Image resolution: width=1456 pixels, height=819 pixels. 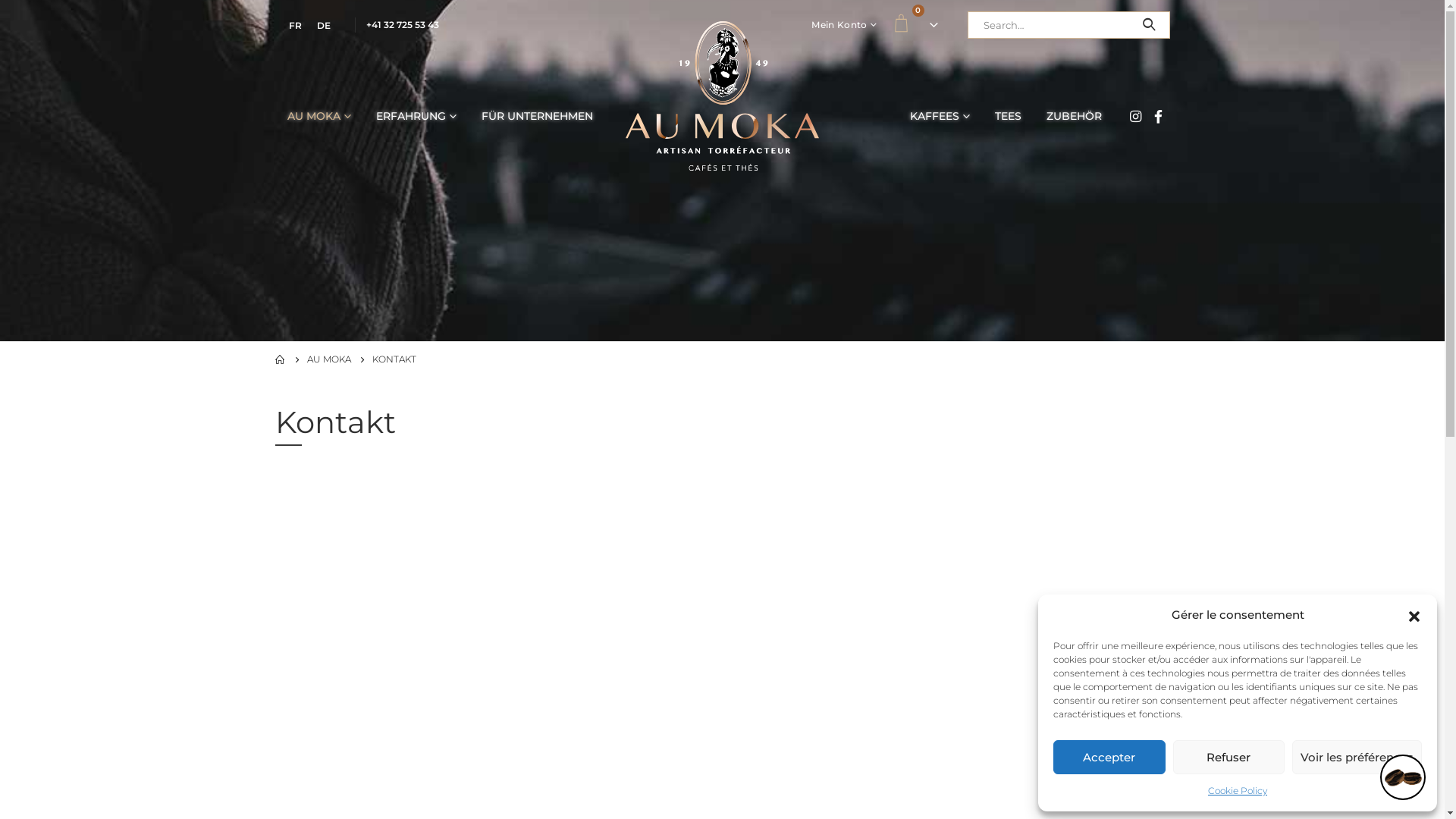 What do you see at coordinates (843, 25) in the screenshot?
I see `'Mein Konto'` at bounding box center [843, 25].